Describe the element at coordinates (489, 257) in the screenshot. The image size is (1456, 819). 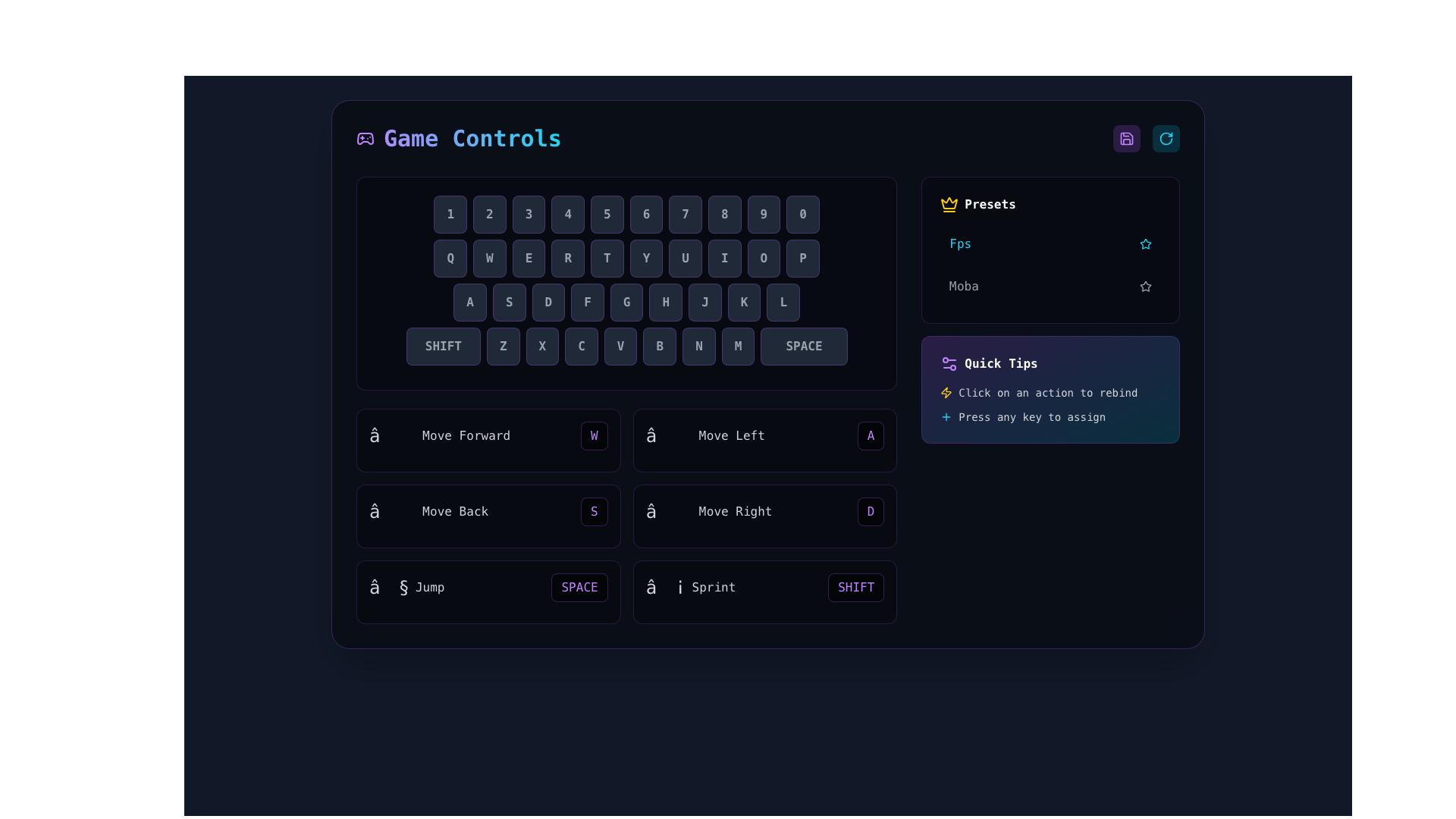
I see `the square button with rounded edges displaying the letter 'W' to simulate the 'W' keypress` at that location.